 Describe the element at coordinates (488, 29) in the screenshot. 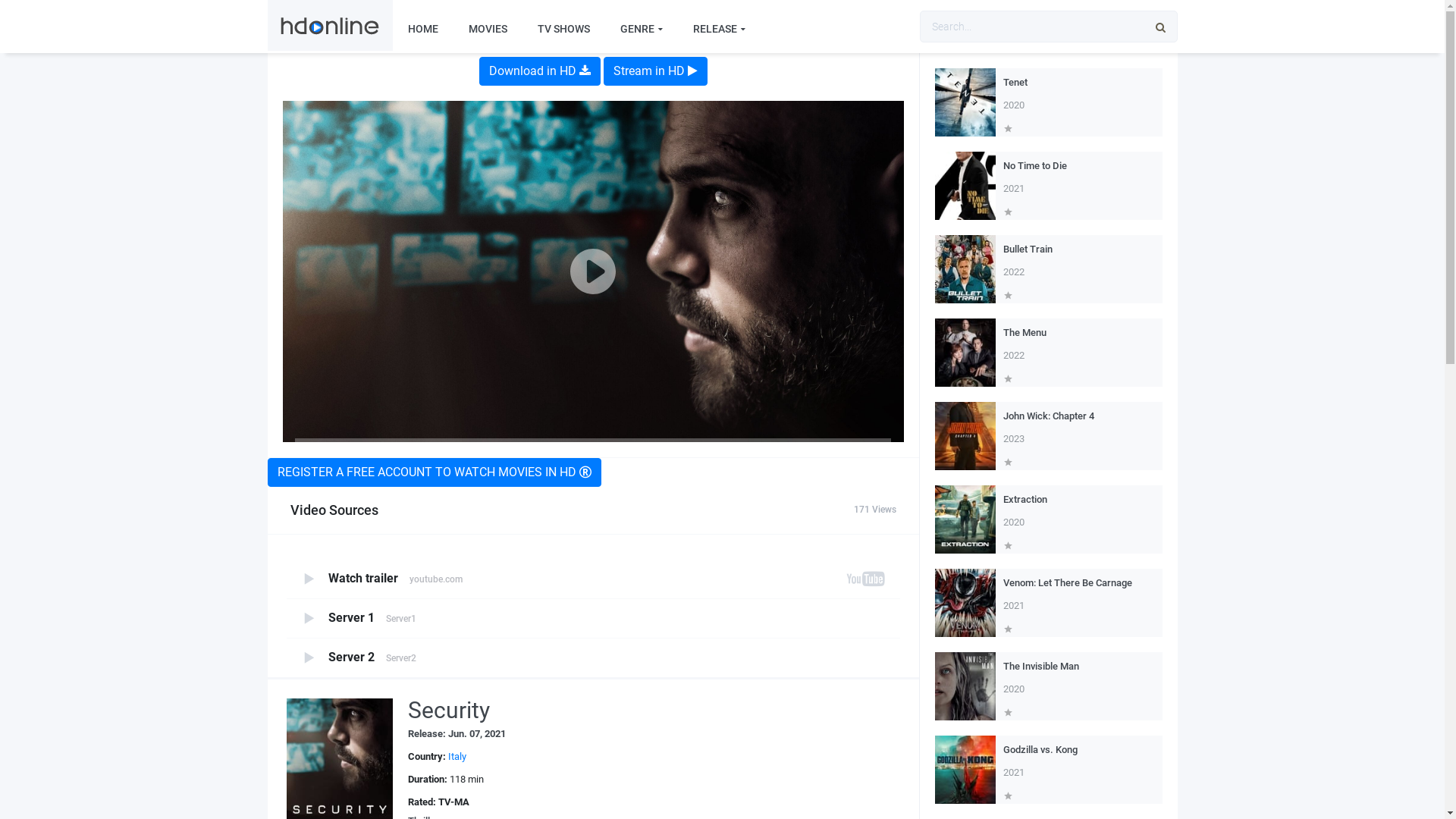

I see `'MOVIES'` at that location.